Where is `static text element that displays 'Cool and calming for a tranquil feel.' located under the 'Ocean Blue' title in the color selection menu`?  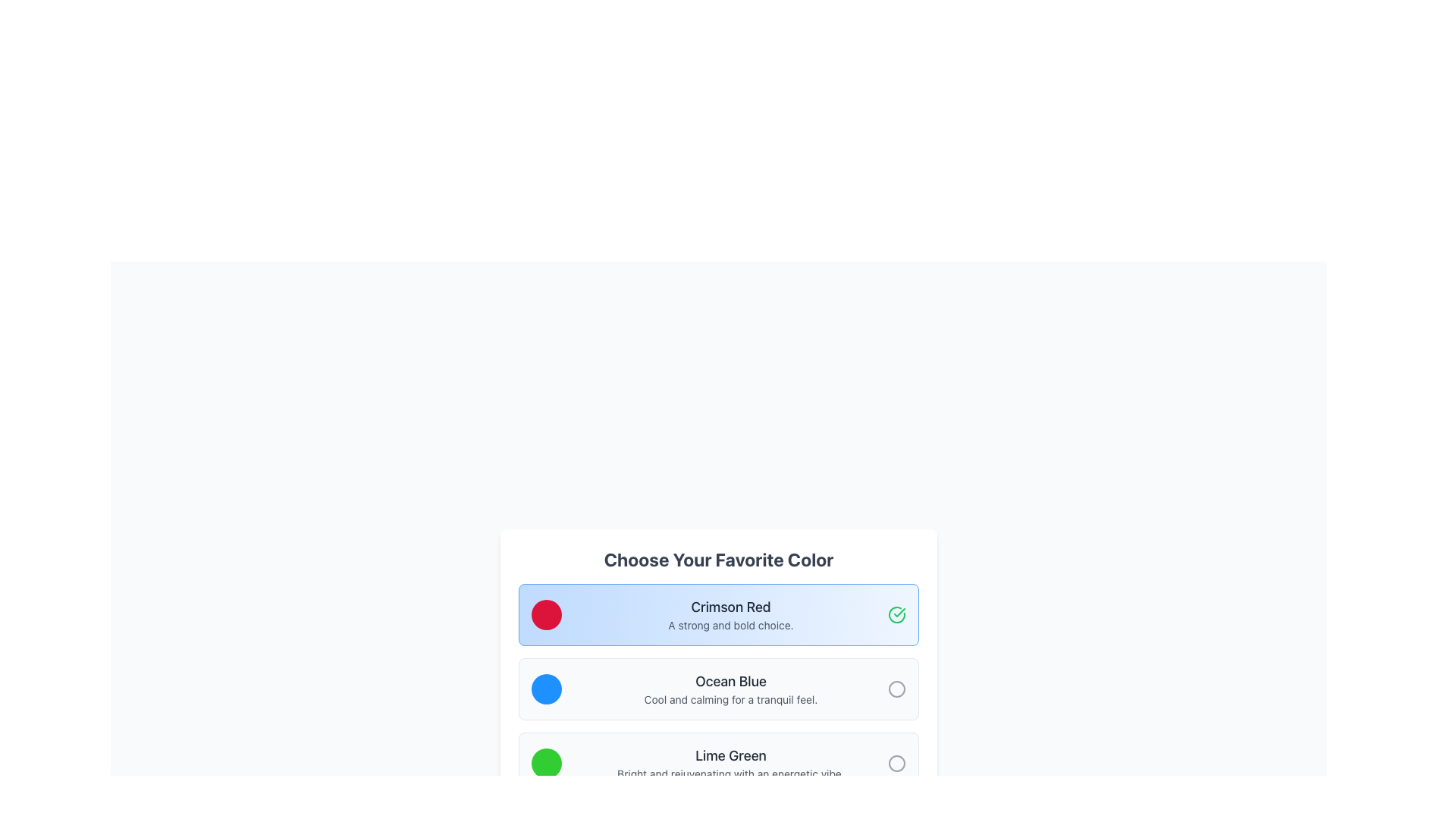
static text element that displays 'Cool and calming for a tranquil feel.' located under the 'Ocean Blue' title in the color selection menu is located at coordinates (731, 699).